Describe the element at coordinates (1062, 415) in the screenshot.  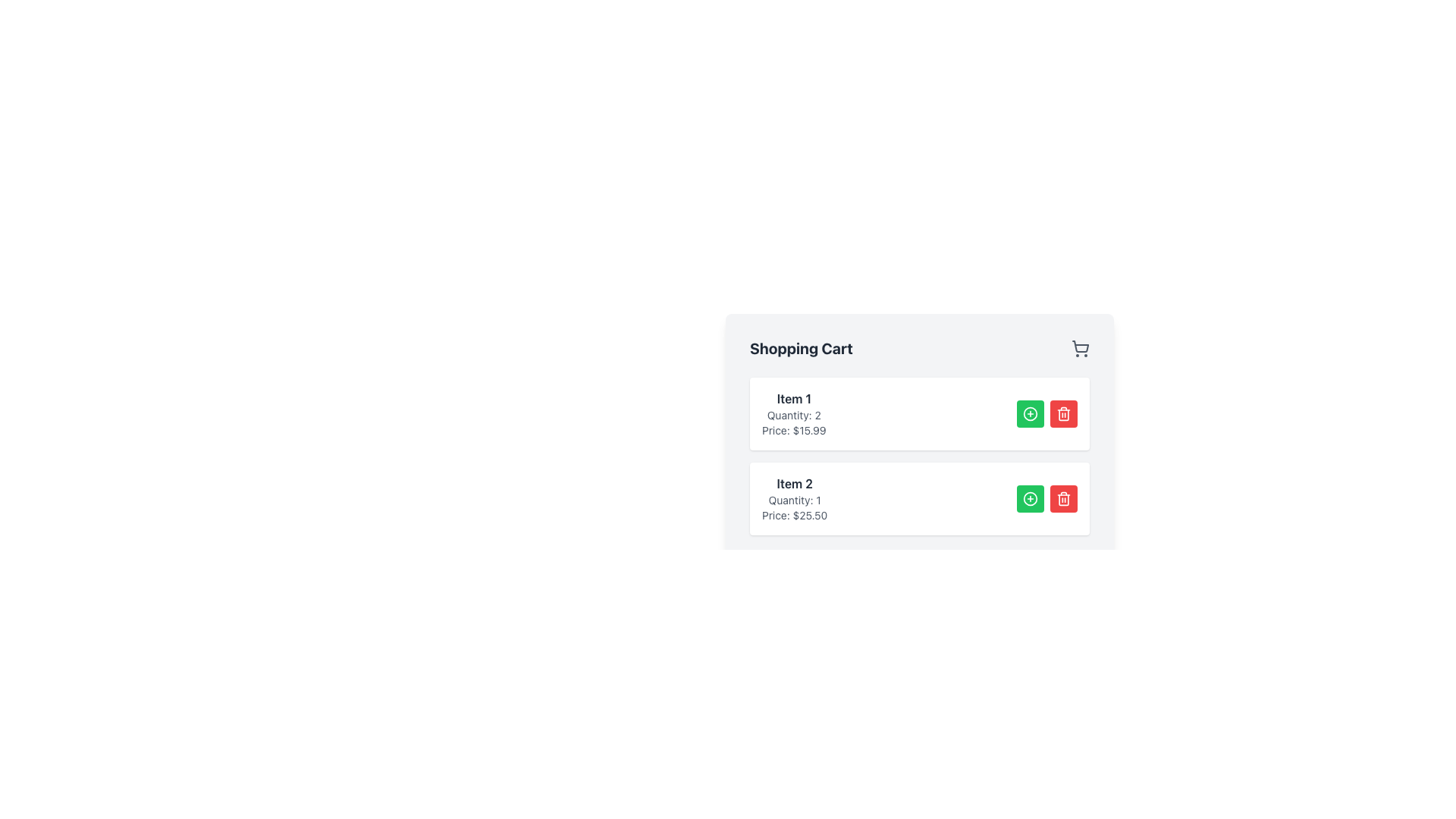
I see `the trash can icon for deletion indication, which is the second icon from the right in the actions column of the shopping cart interface` at that location.